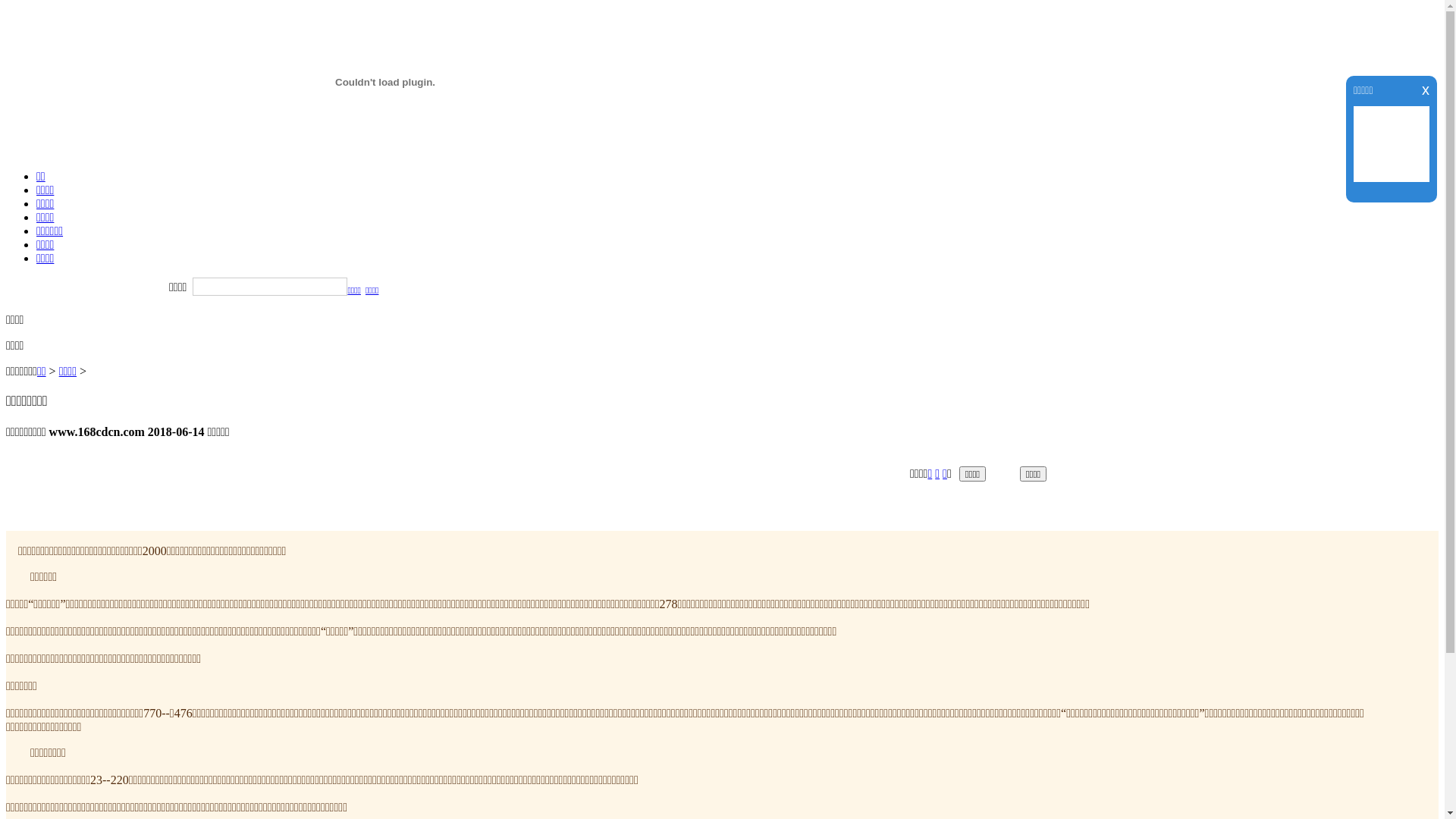  I want to click on 'x', so click(1421, 89).